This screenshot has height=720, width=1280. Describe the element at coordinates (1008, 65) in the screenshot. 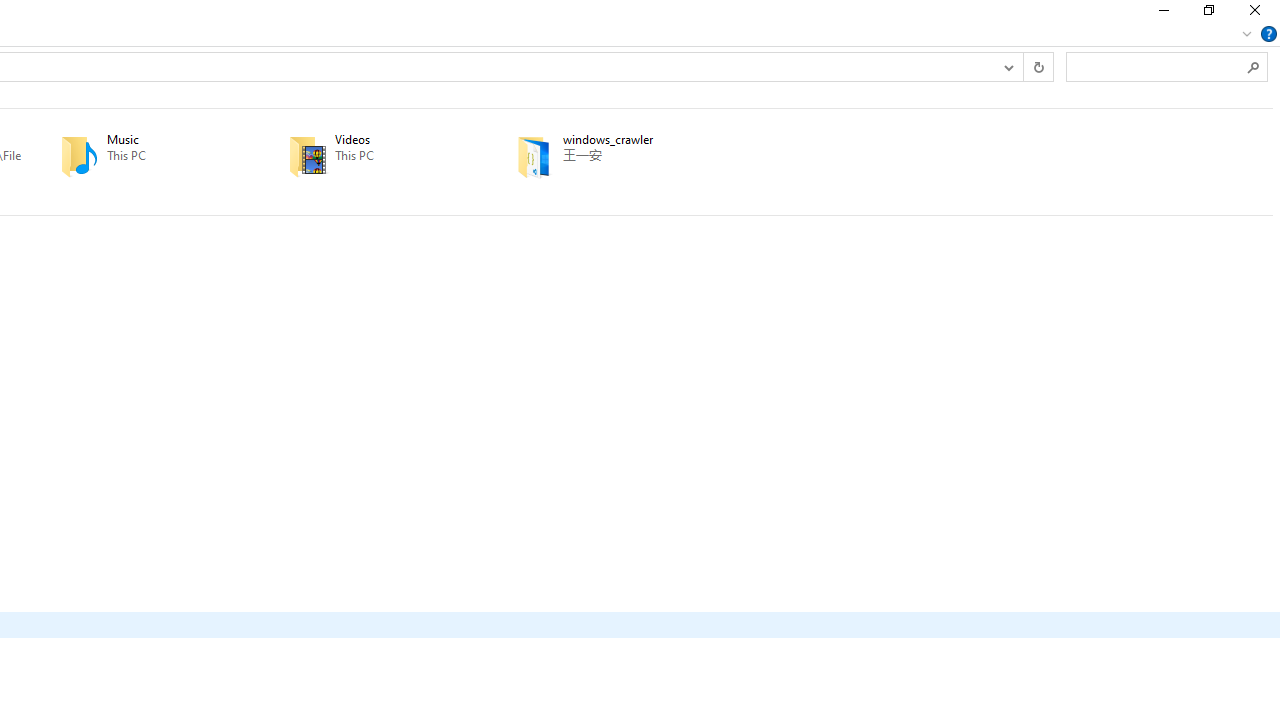

I see `'Previous Locations'` at that location.